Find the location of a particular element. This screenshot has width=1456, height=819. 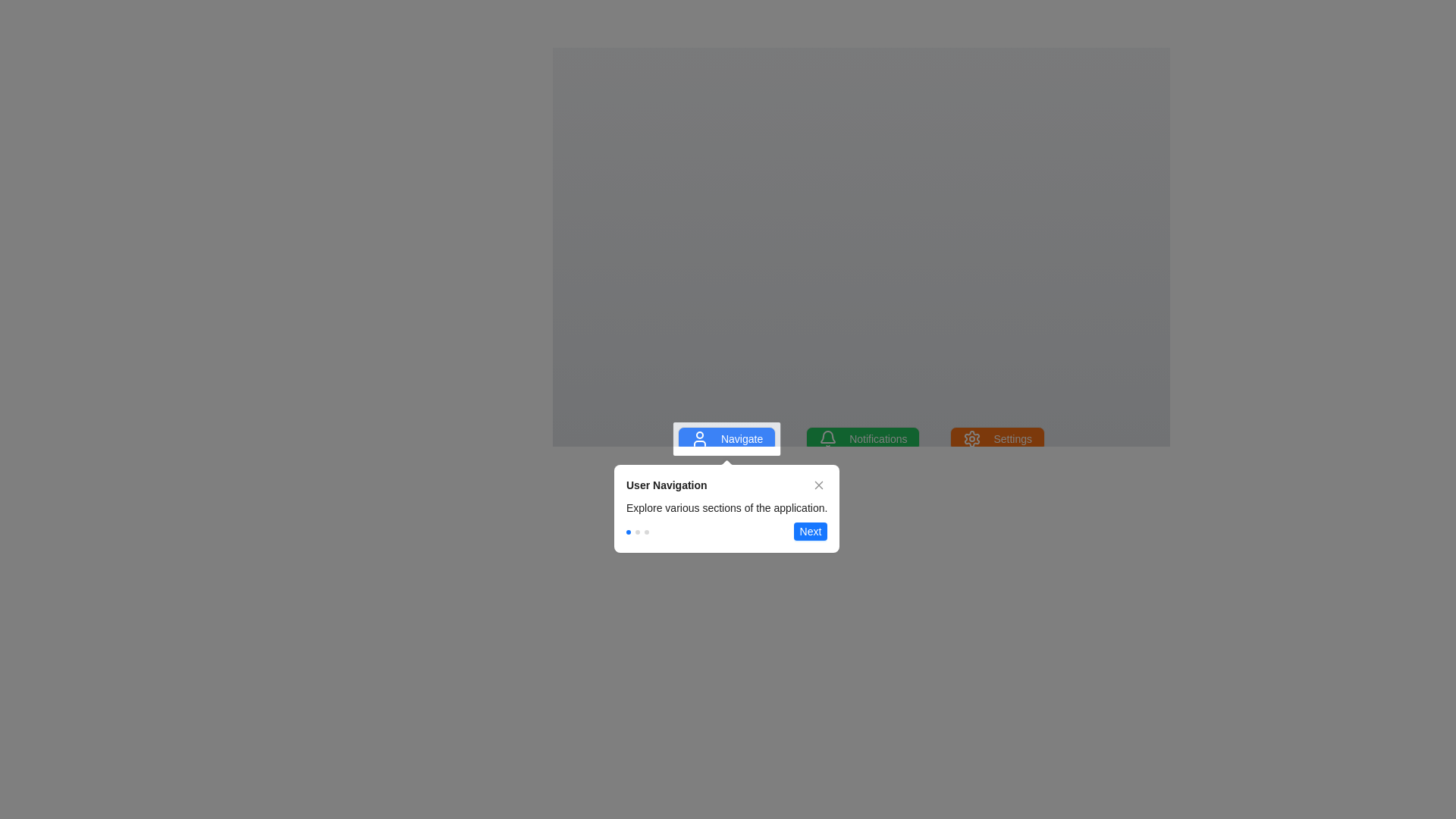

the 'Navigate' button, which has a blue background, white text, and a user icon on the left side, located at the bottom center of the interface is located at coordinates (726, 438).